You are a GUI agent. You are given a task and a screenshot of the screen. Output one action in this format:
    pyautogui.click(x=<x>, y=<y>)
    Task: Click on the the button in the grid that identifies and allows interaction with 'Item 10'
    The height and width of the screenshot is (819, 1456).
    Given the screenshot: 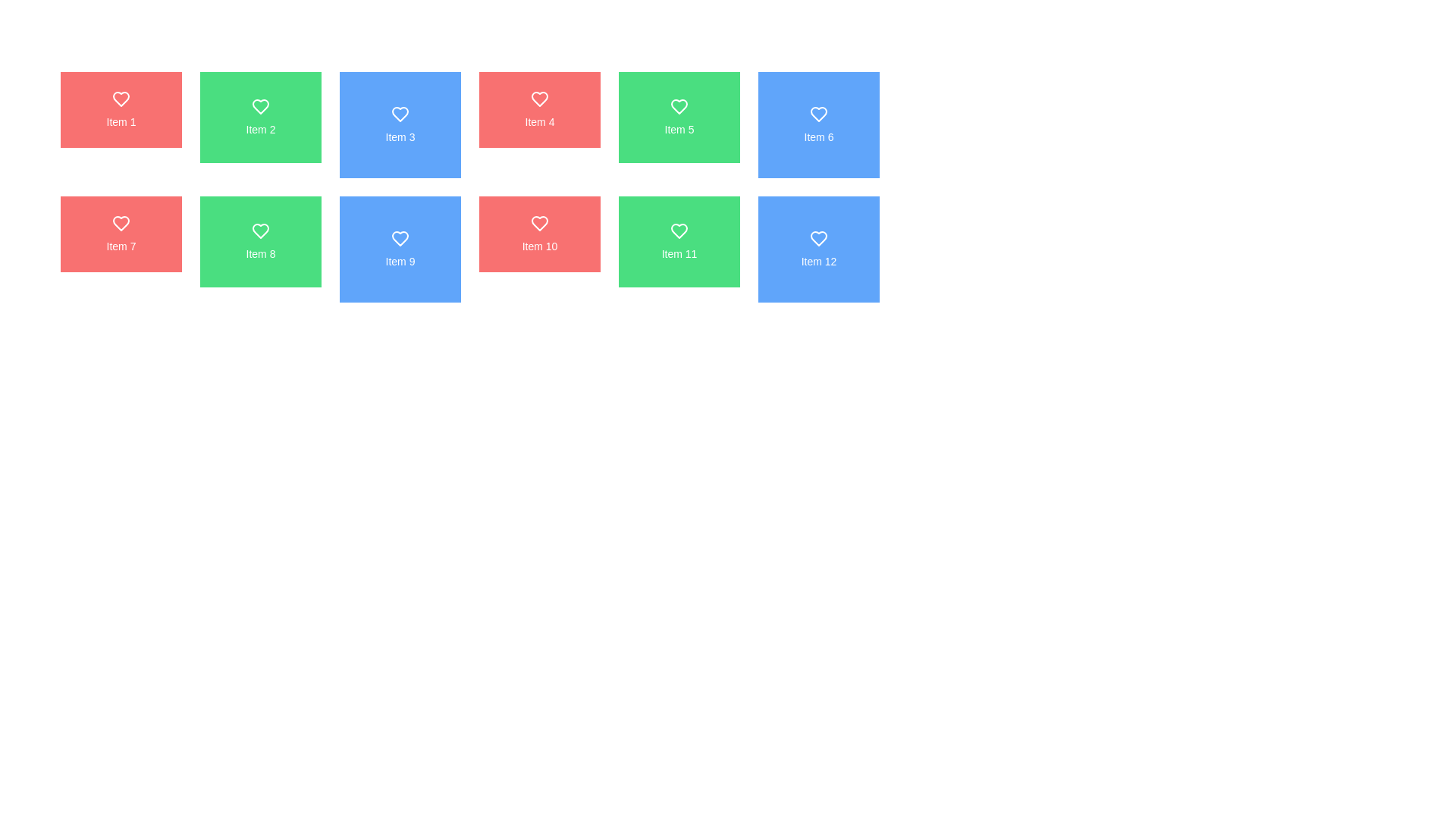 What is the action you would take?
    pyautogui.click(x=539, y=234)
    